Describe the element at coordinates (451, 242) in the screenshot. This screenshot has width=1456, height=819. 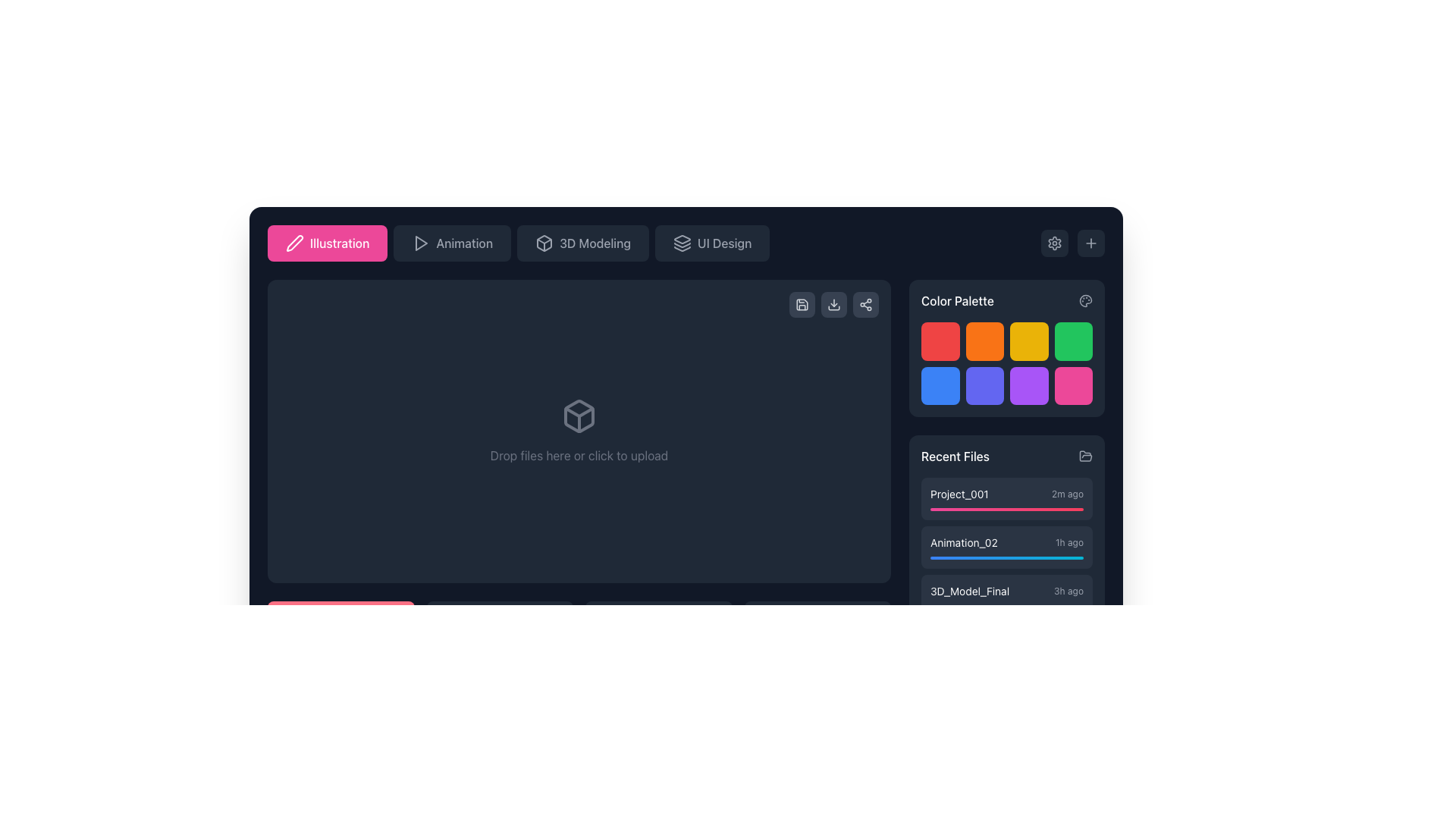
I see `the button for accessing or filtering content related to animations` at that location.